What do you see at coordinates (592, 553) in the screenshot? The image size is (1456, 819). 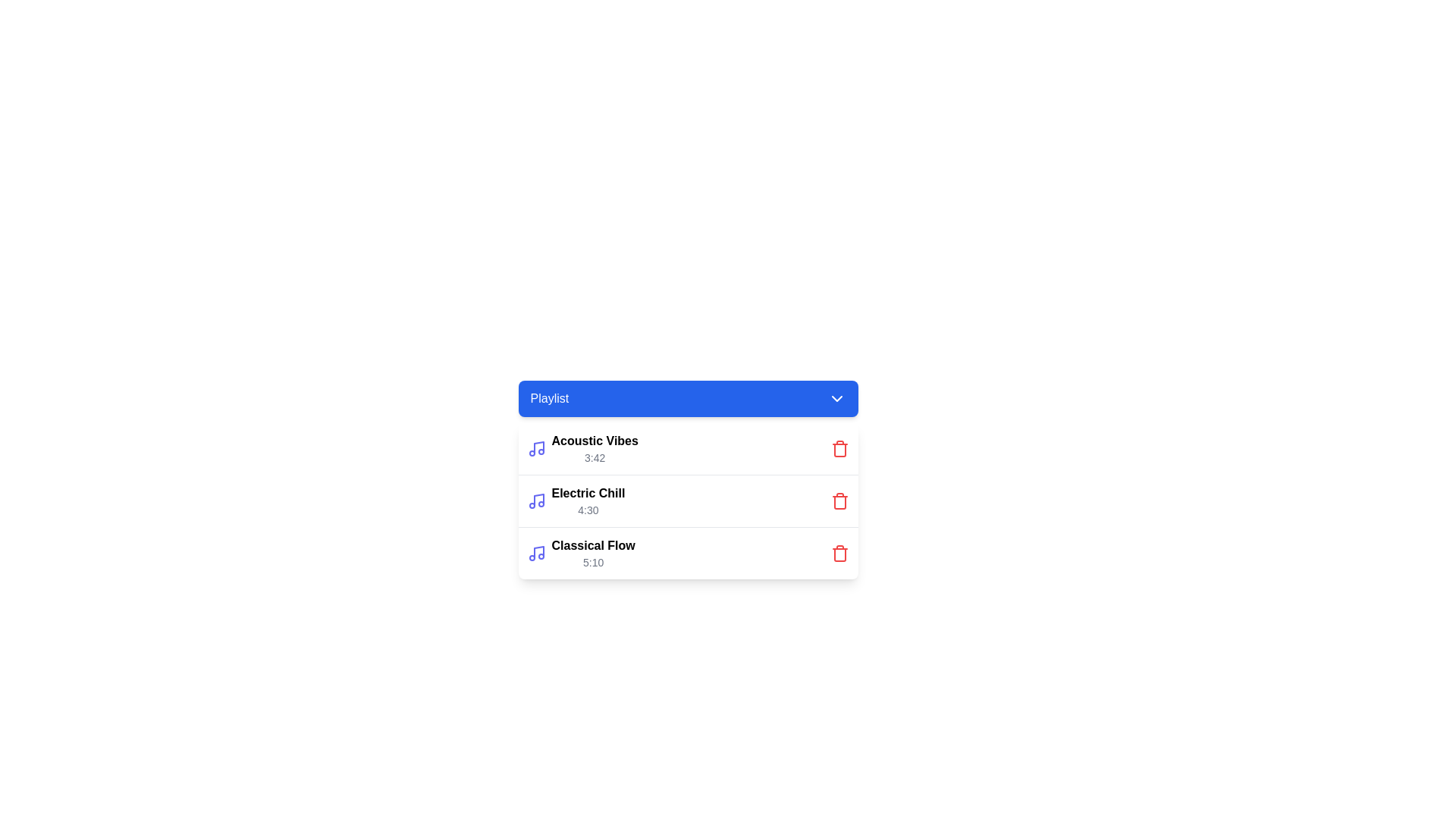 I see `song title 'Classical Flow' and its duration '5:10' displayed in the text display, which is the third item in the playlist under the title 'Playlist'` at bounding box center [592, 553].